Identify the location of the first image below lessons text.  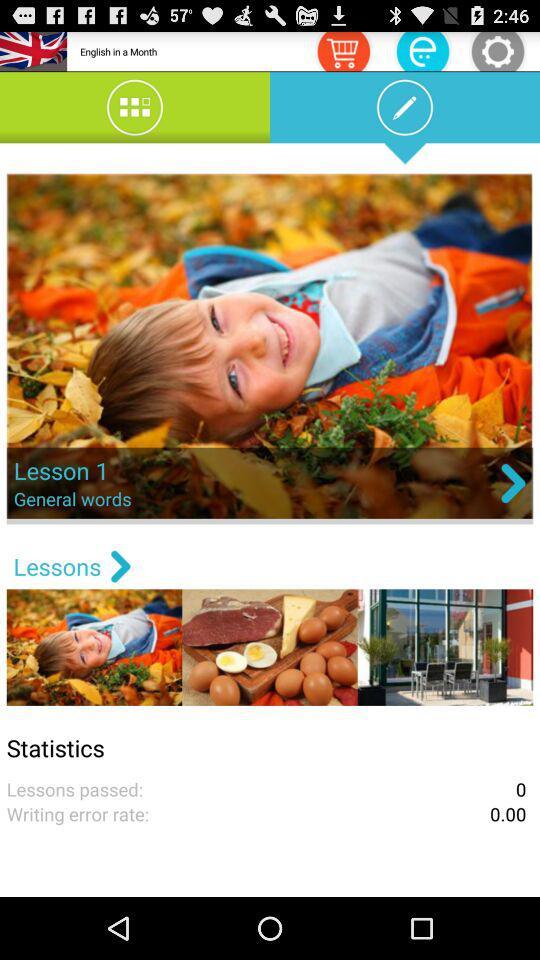
(93, 646).